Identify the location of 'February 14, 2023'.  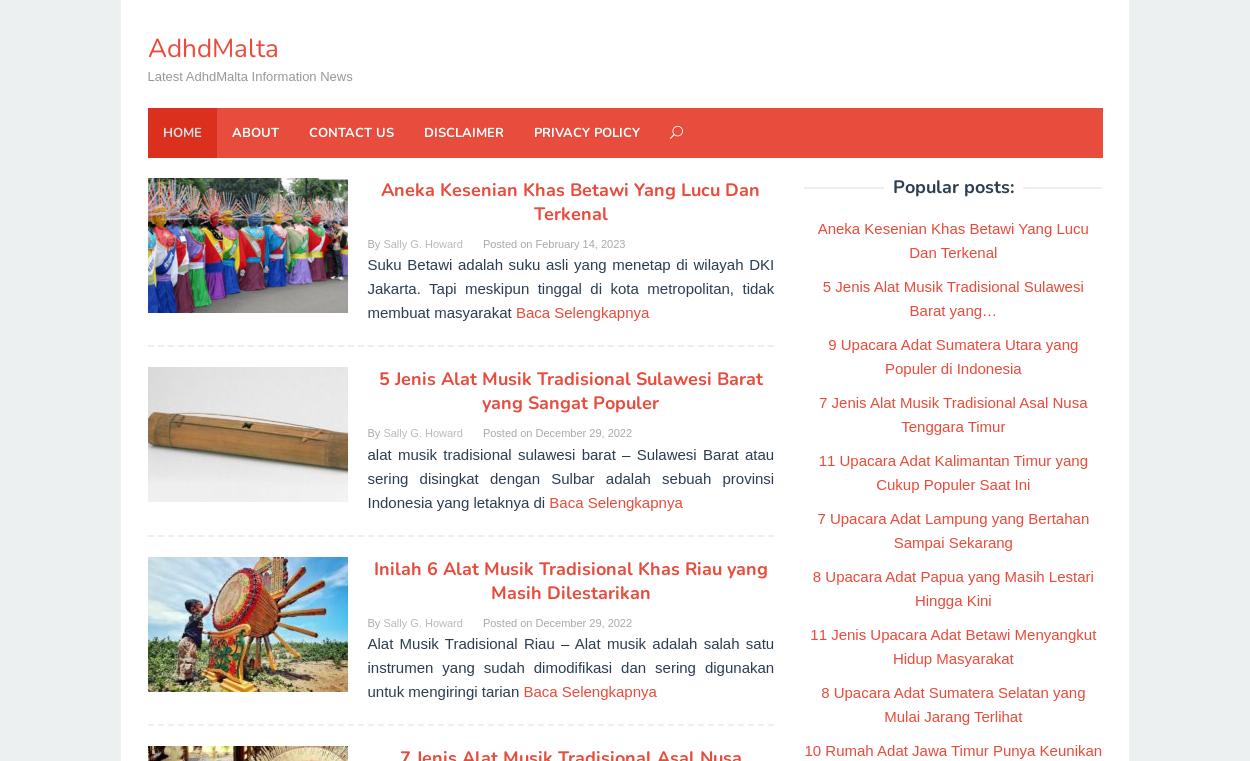
(579, 242).